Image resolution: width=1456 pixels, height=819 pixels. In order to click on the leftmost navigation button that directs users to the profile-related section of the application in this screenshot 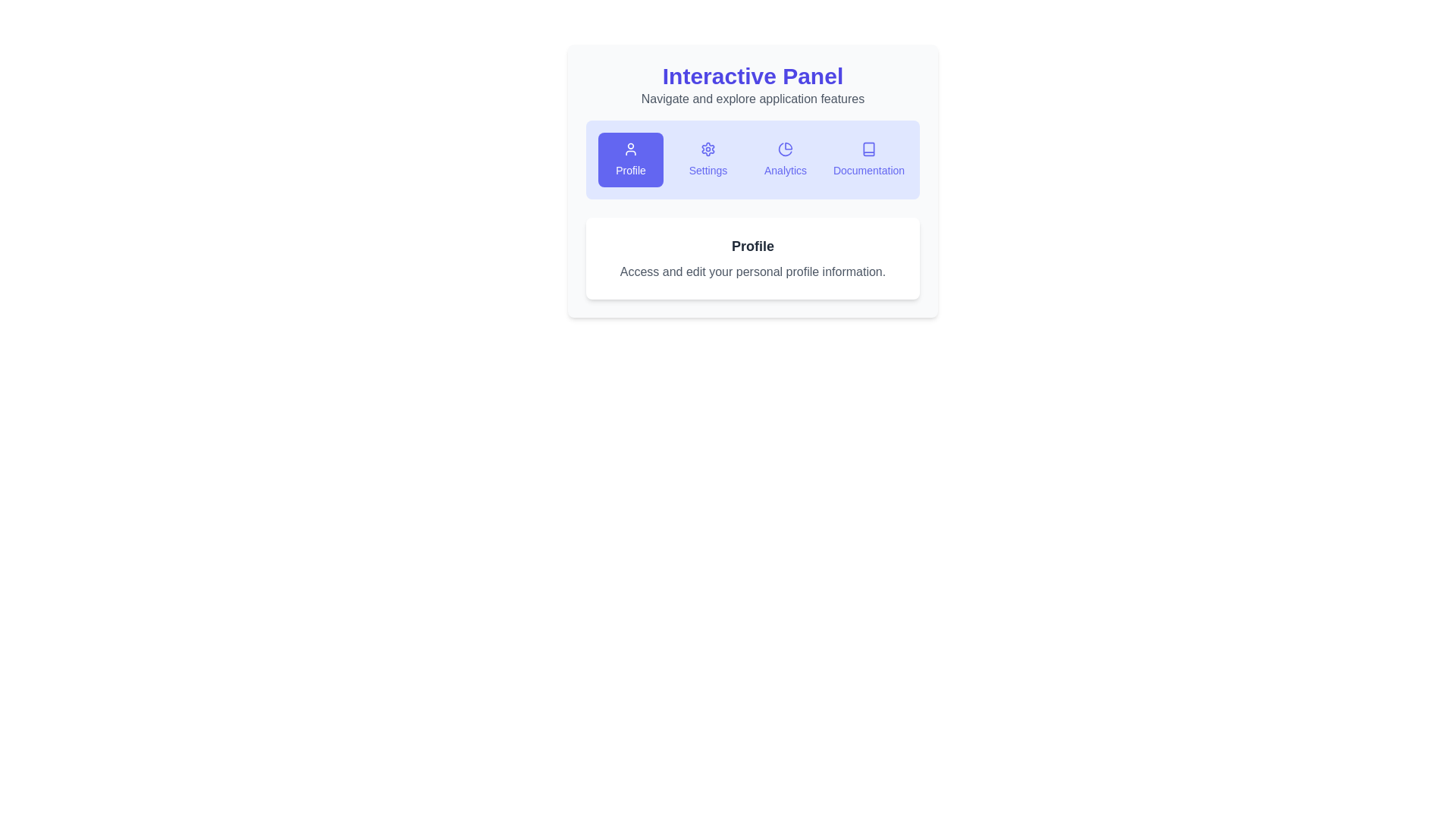, I will do `click(630, 160)`.